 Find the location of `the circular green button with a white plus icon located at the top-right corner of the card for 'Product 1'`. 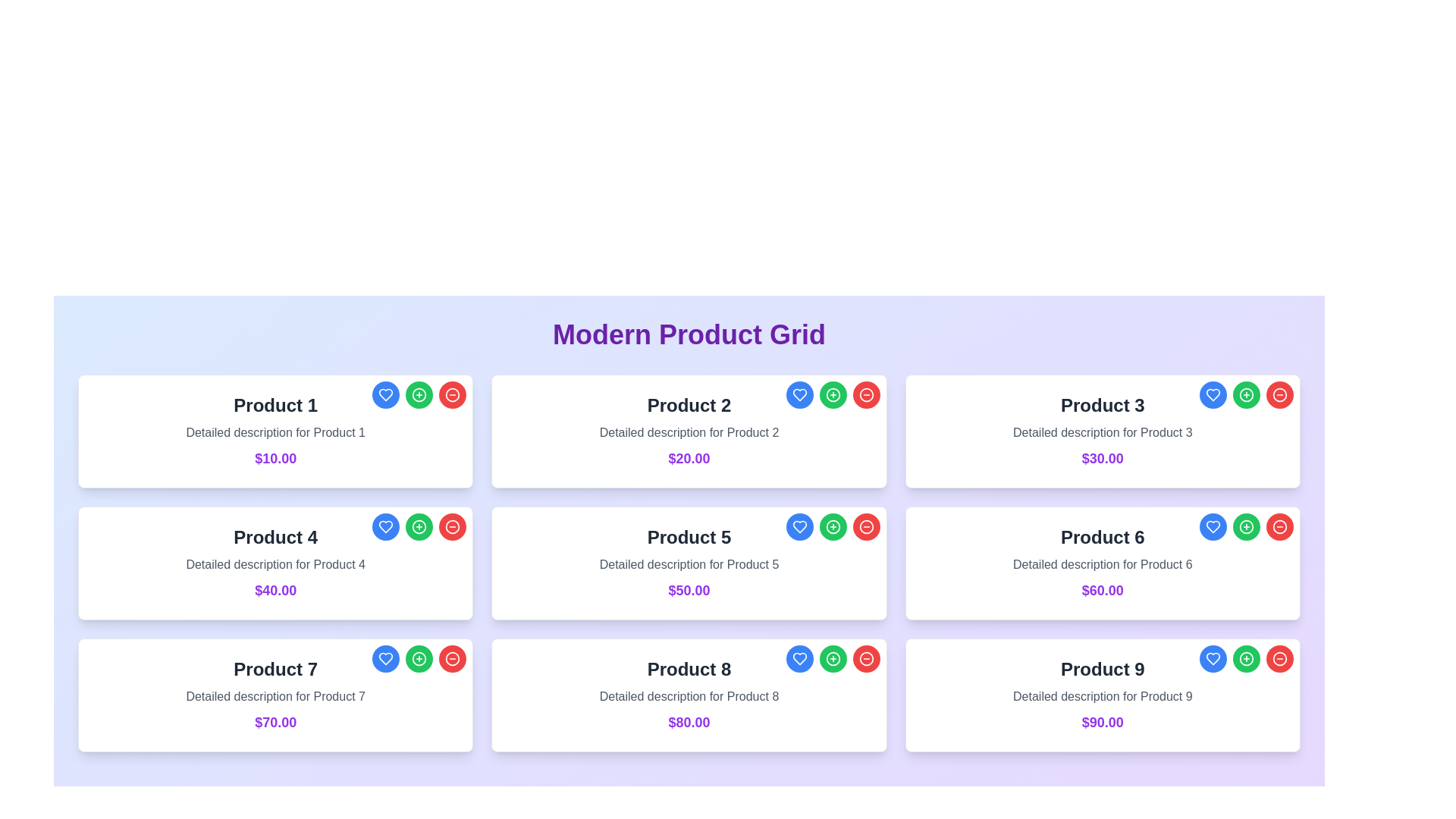

the circular green button with a white plus icon located at the top-right corner of the card for 'Product 1' is located at coordinates (419, 394).